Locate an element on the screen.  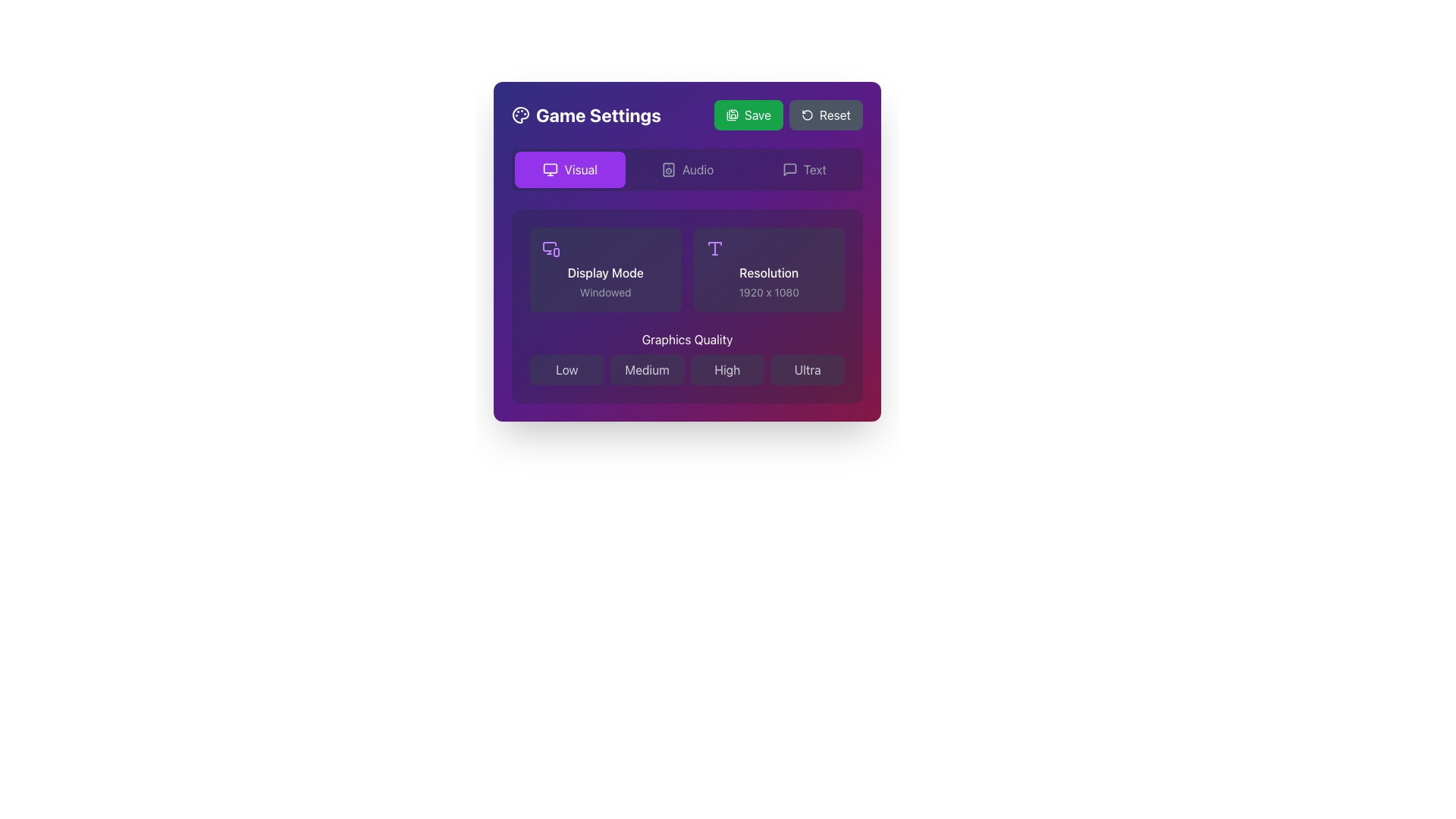
the 'Medium' graphics quality button, which is the second button in a row of four labeled 'Low', 'Medium', 'High', and 'Ultra' is located at coordinates (647, 370).